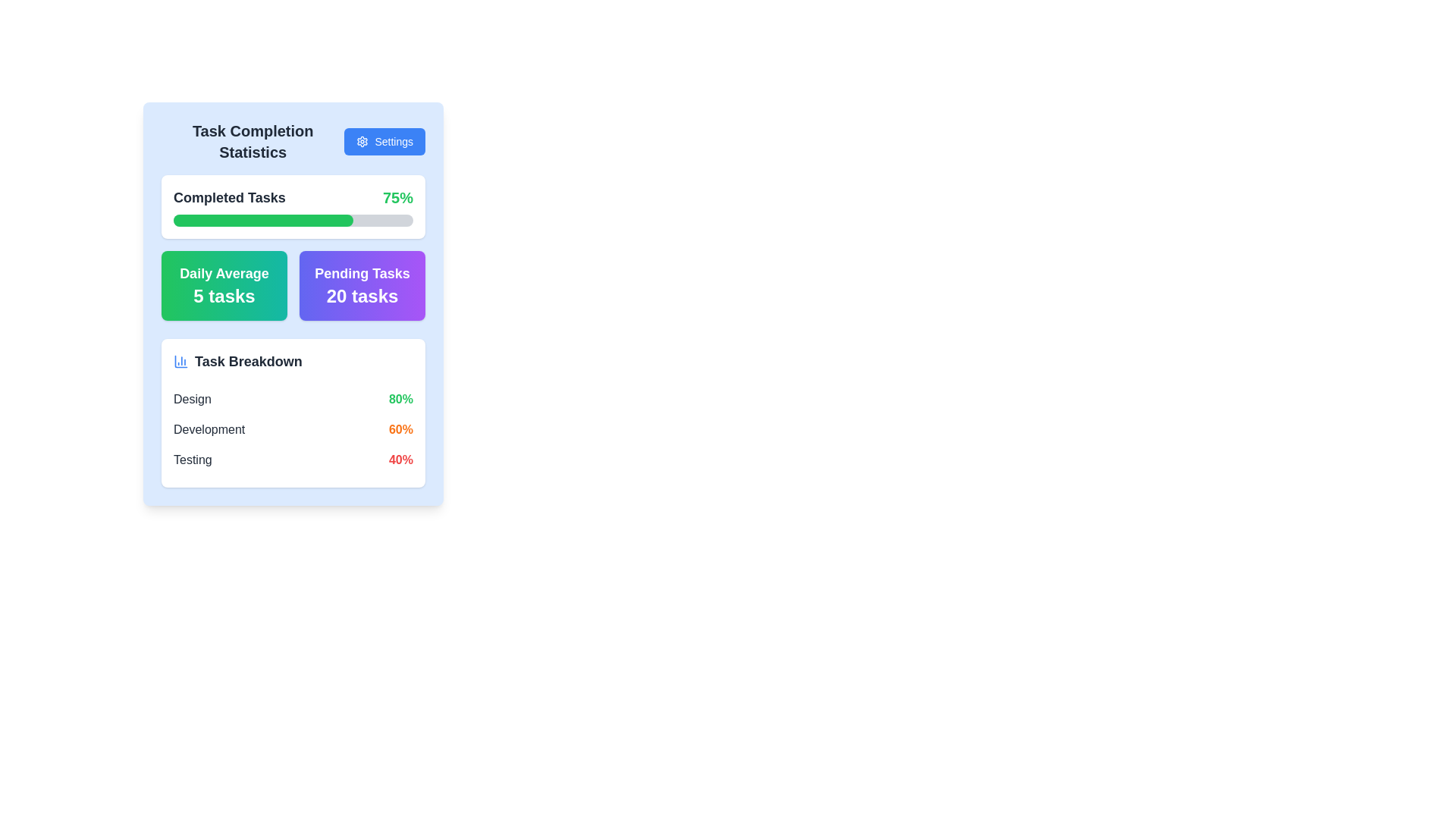  Describe the element at coordinates (224, 286) in the screenshot. I see `the displayed information on the Informational card showing the daily average number of tasks, located in the top-left quadrant of the grid layout, next to the 'Pending Tasks 20 tasks' card` at that location.